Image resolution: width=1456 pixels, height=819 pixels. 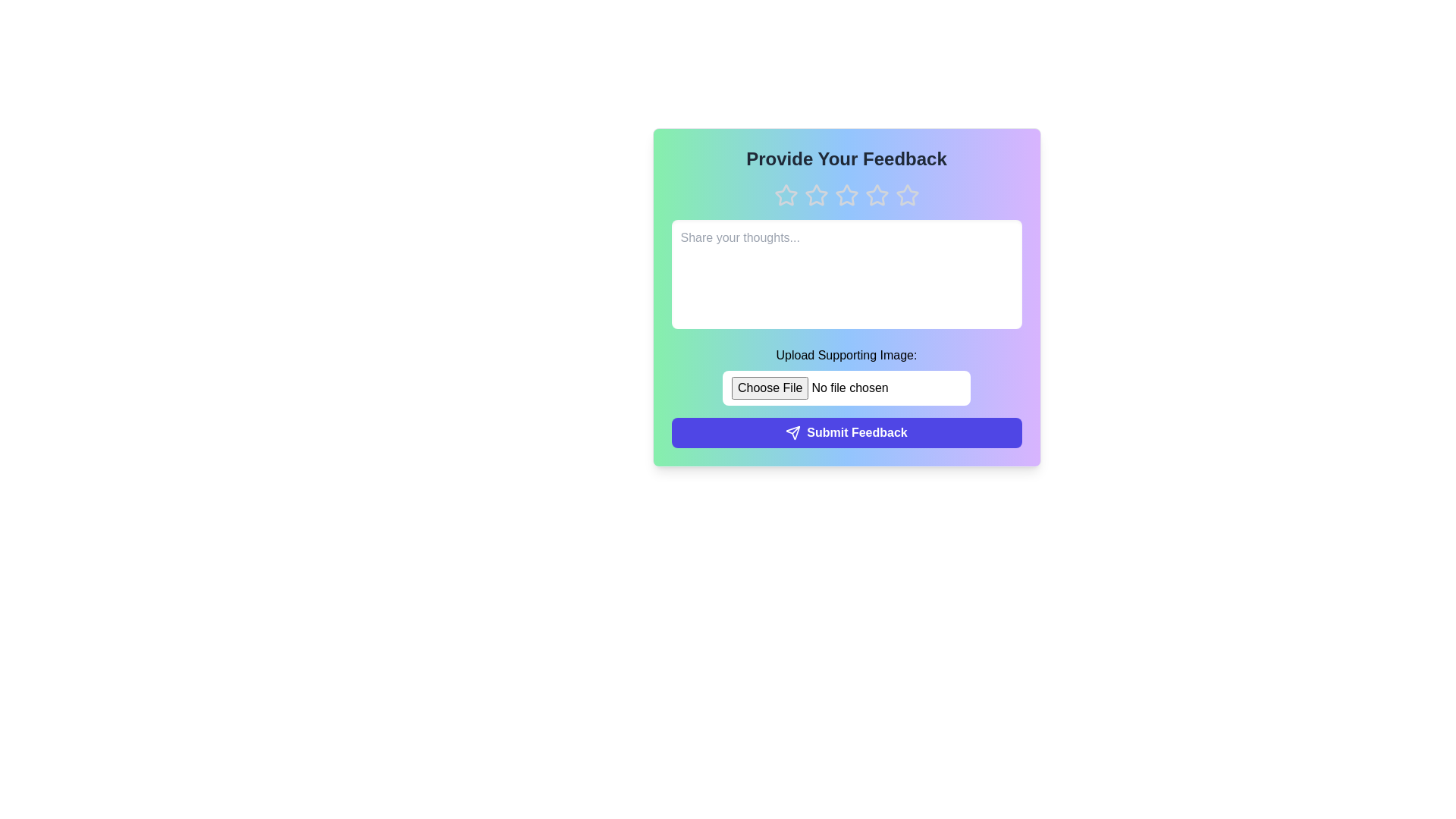 What do you see at coordinates (846, 194) in the screenshot?
I see `the third star icon in the five-star rating component` at bounding box center [846, 194].